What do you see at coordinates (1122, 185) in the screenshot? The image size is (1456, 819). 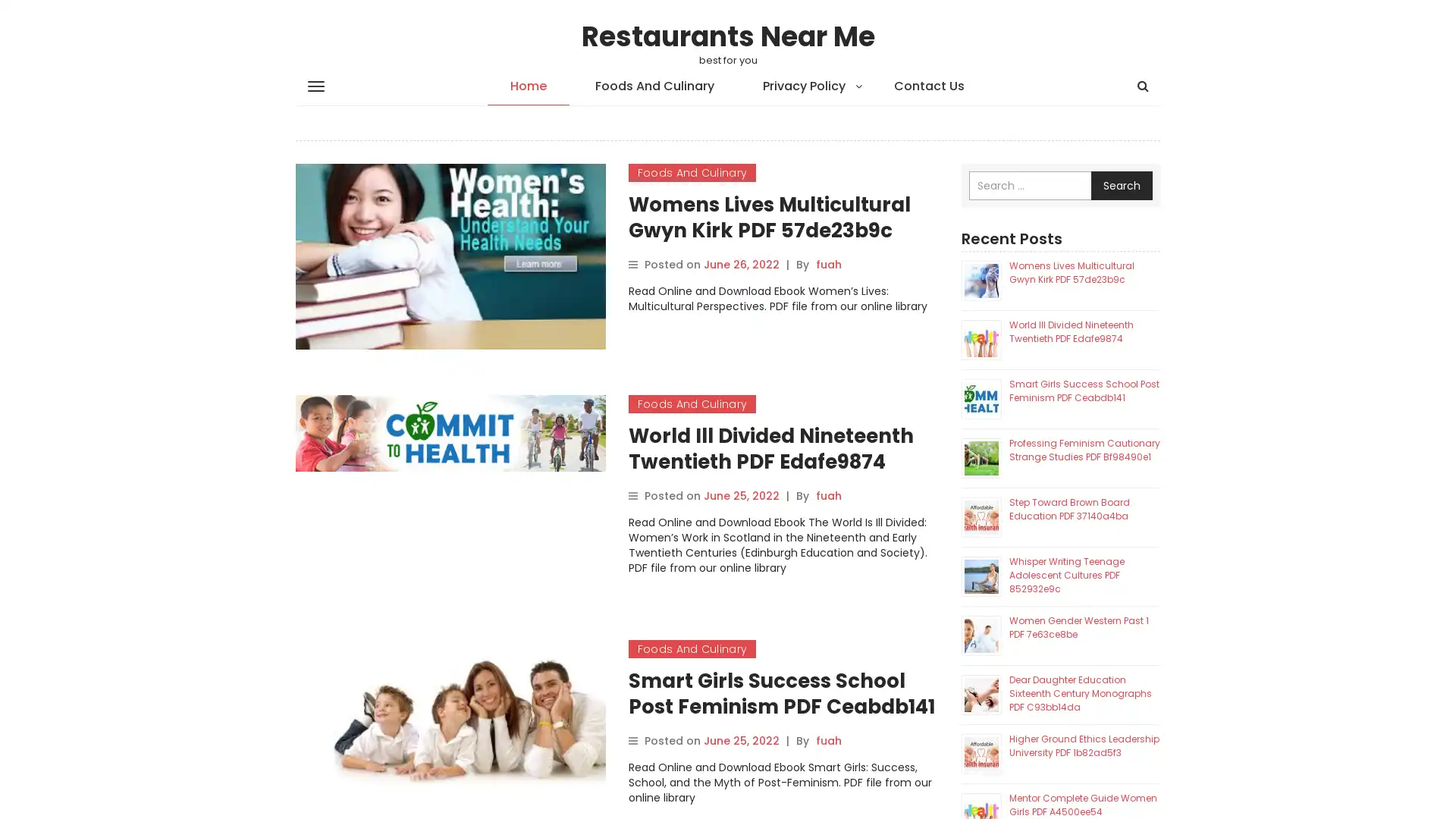 I see `Search` at bounding box center [1122, 185].